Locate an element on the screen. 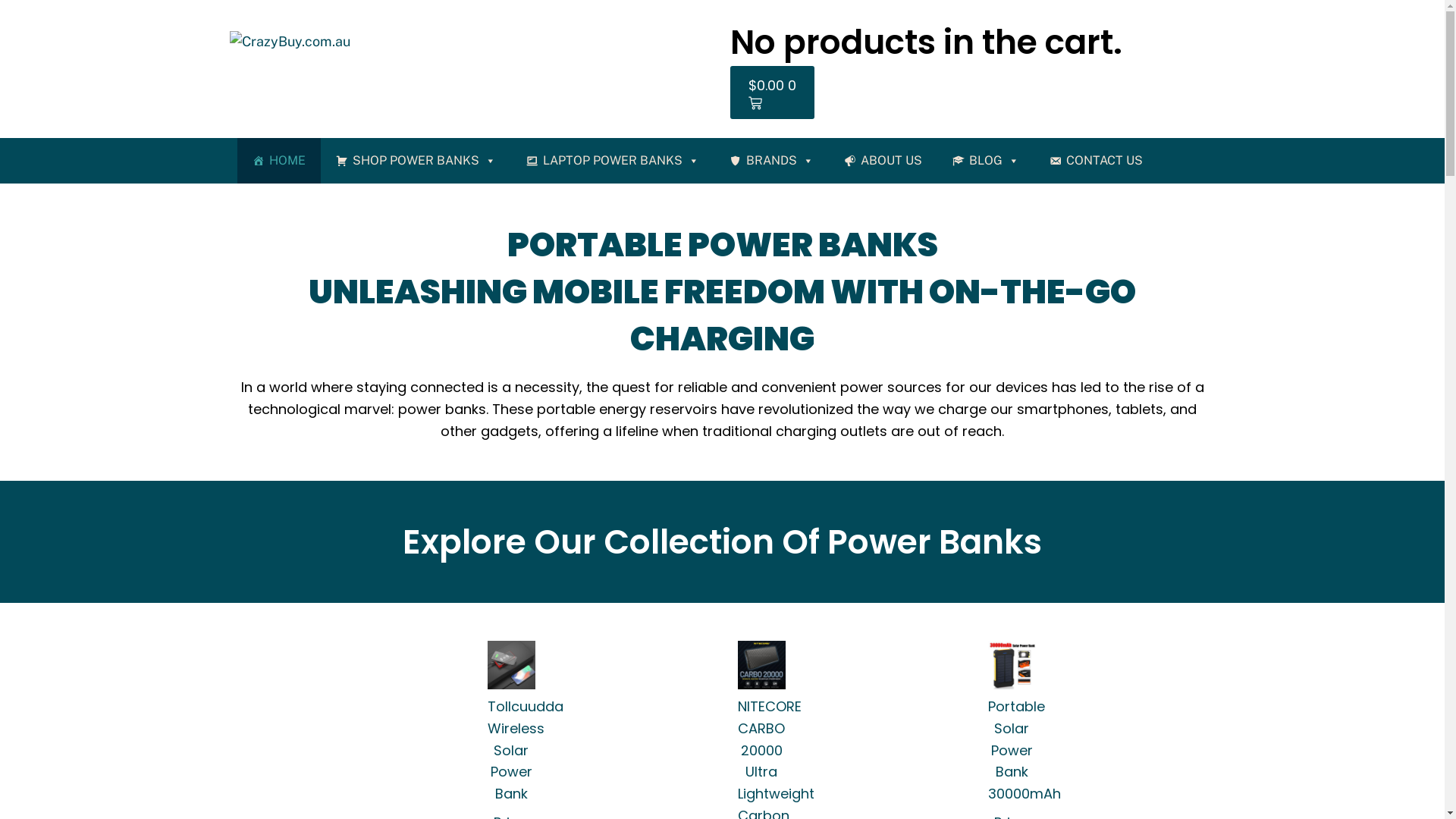  '$0.00 0' is located at coordinates (771, 93).